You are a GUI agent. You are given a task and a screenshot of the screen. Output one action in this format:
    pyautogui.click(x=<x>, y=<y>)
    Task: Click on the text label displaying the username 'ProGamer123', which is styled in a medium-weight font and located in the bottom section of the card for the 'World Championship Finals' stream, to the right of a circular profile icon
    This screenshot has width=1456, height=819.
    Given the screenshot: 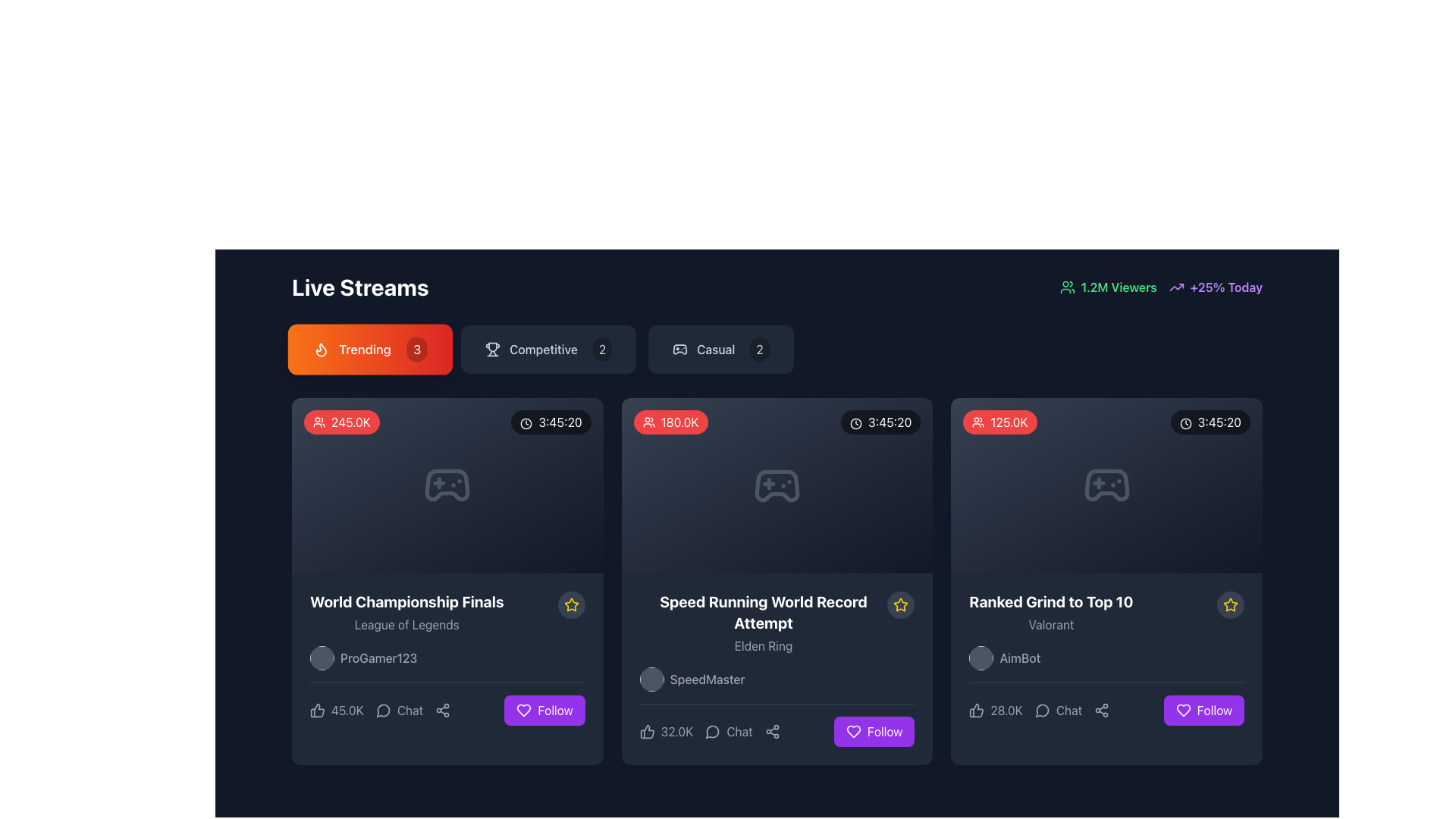 What is the action you would take?
    pyautogui.click(x=378, y=657)
    